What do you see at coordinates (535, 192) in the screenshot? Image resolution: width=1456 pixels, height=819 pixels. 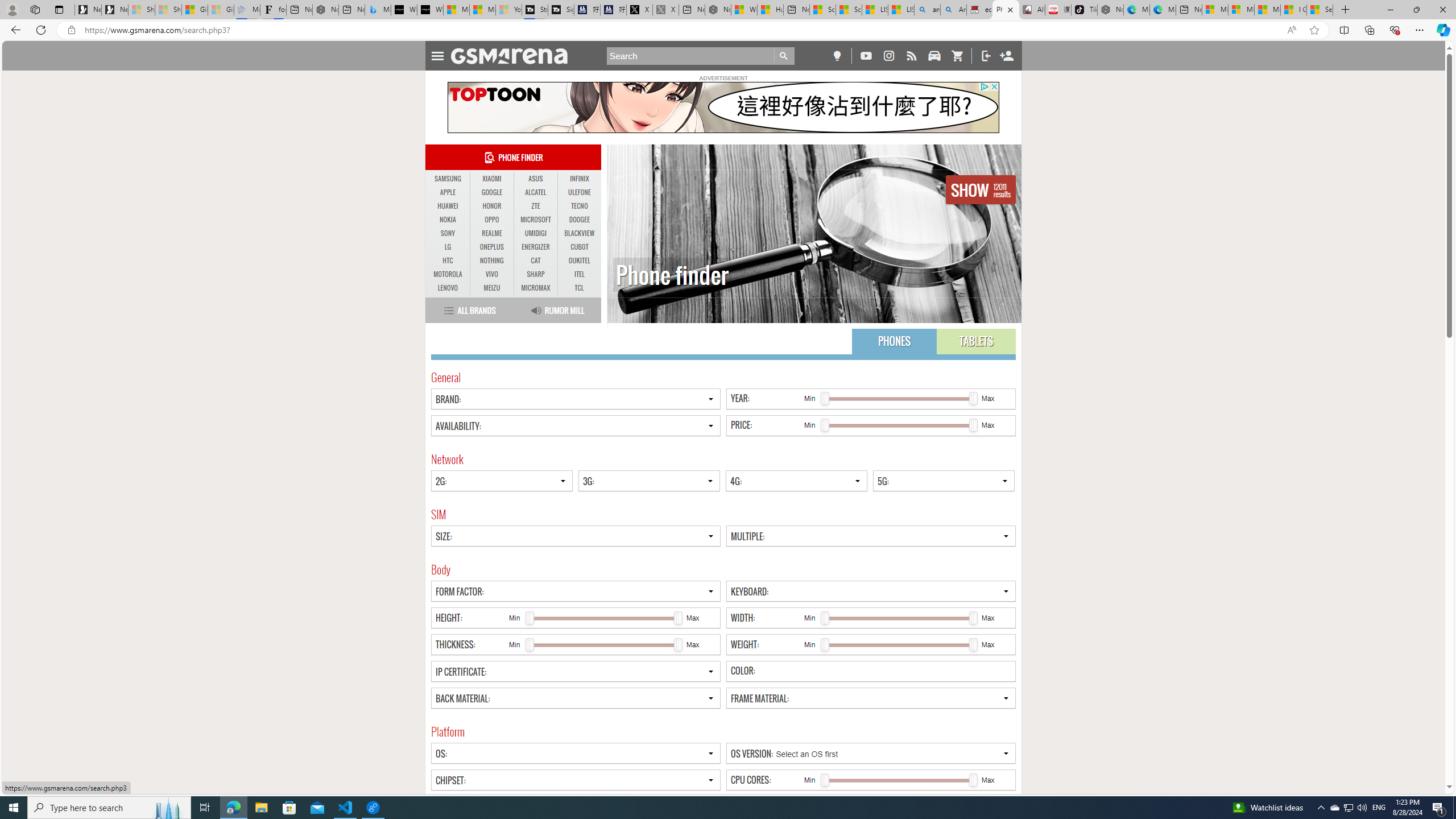 I see `'ALCATEL'` at bounding box center [535, 192].